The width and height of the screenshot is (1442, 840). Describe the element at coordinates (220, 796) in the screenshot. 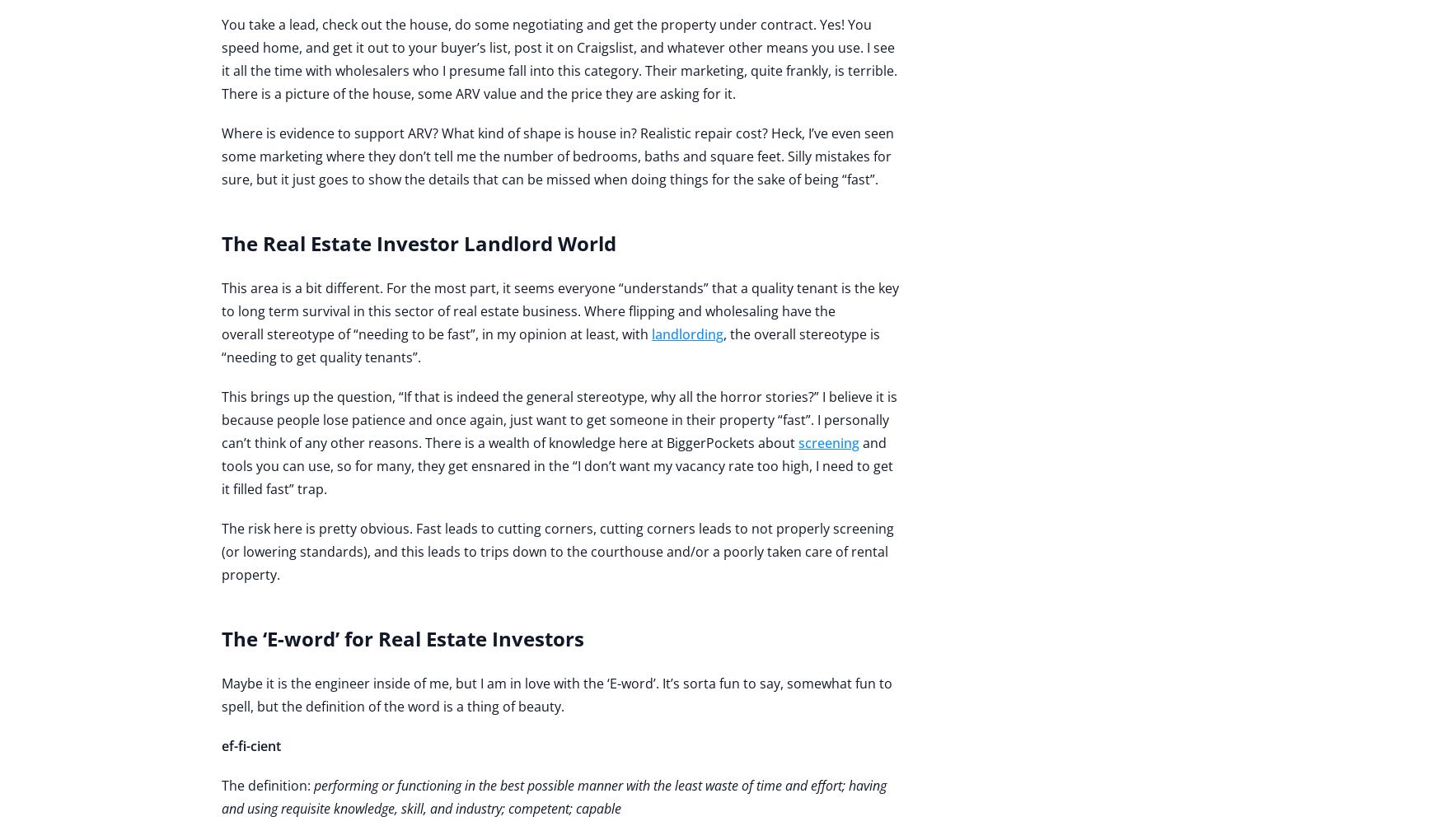

I see `'performing or functioning in the best possible manner with the least waste of time and effort; having and using requisite knowledge, skill, and industry; competent; capable'` at that location.